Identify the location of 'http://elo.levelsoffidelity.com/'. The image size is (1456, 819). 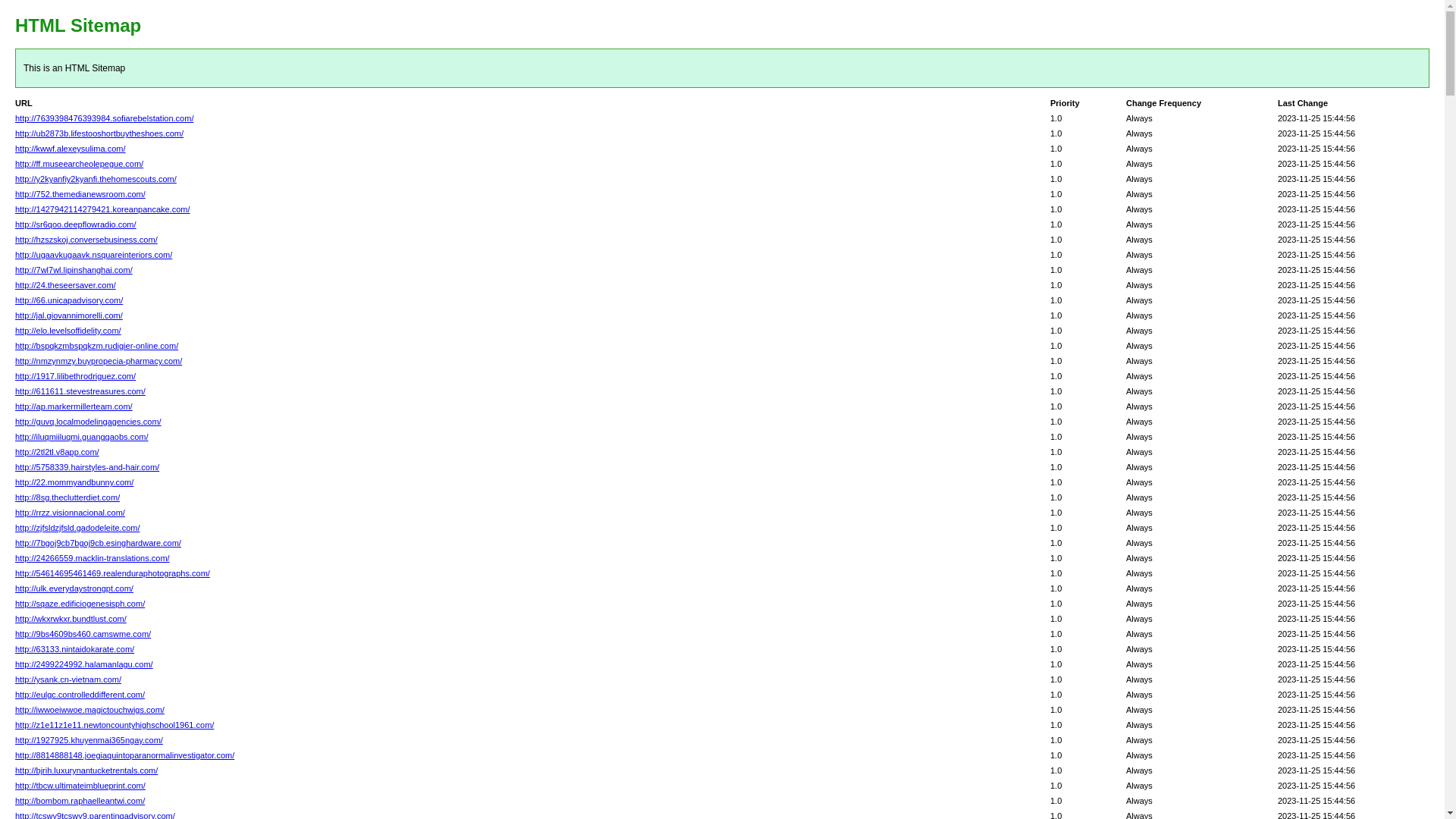
(67, 329).